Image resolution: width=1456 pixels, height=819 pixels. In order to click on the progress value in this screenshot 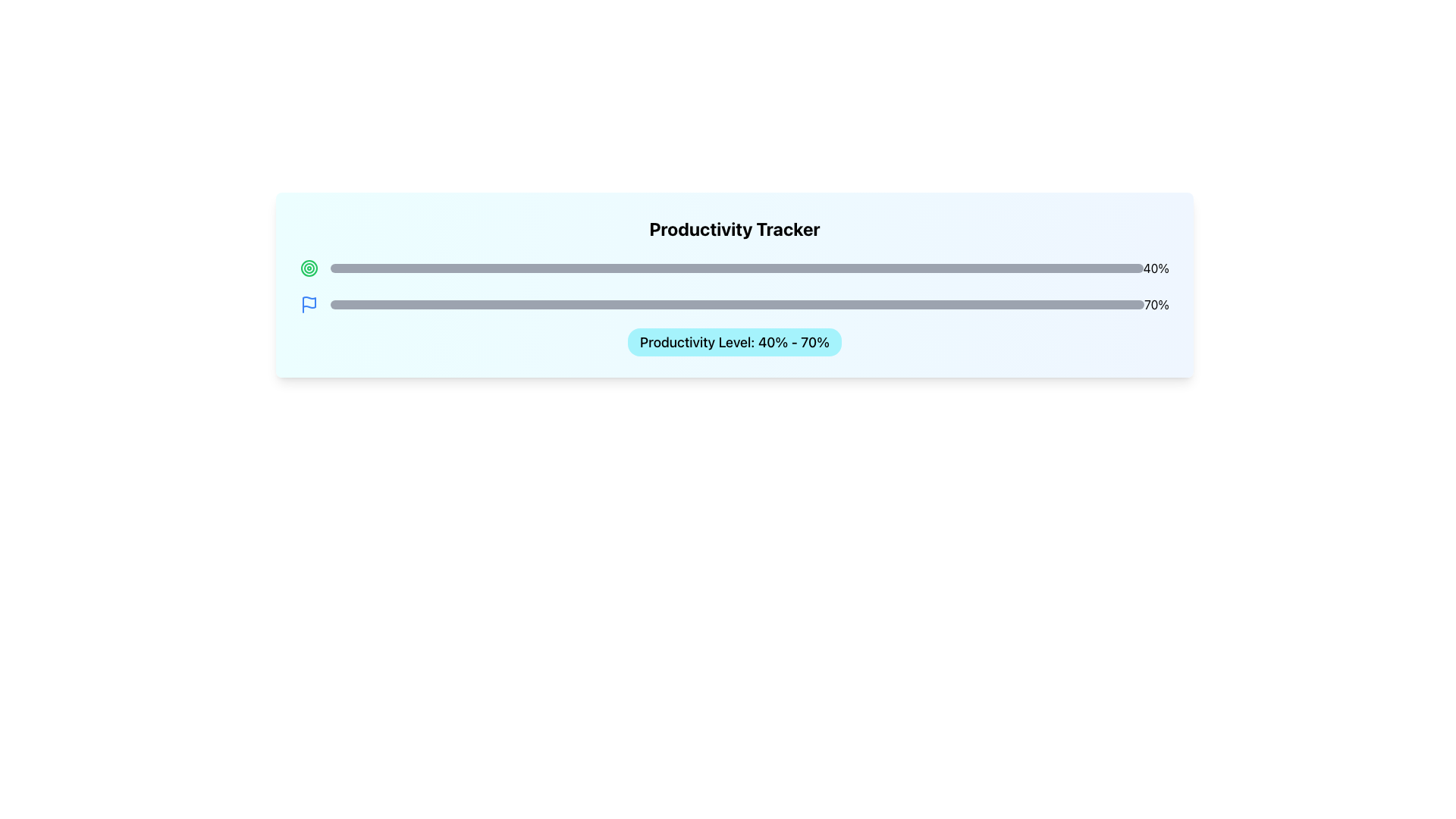, I will do `click(956, 304)`.